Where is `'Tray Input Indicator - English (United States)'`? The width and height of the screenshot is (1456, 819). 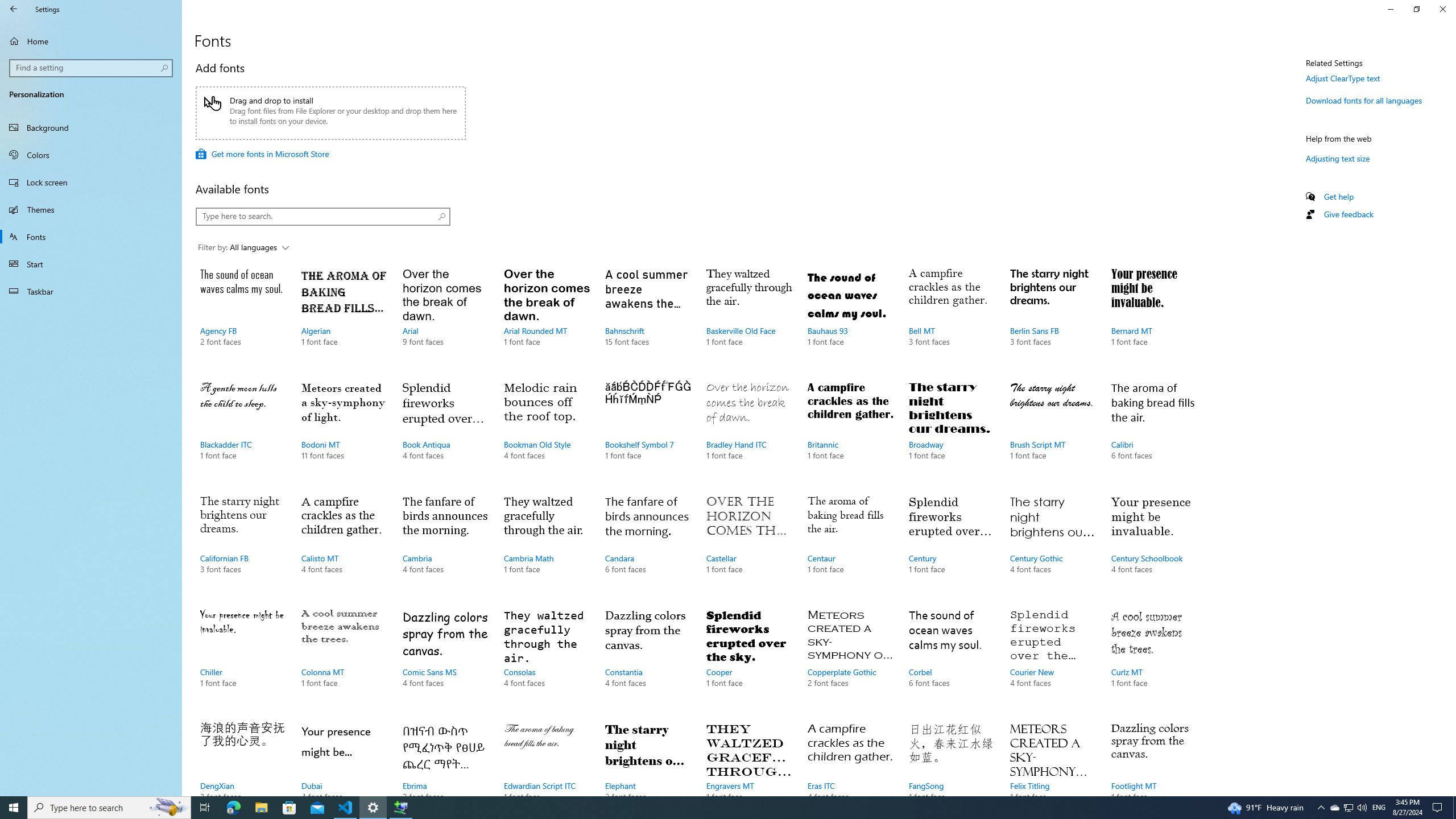 'Tray Input Indicator - English (United States)' is located at coordinates (1379, 806).